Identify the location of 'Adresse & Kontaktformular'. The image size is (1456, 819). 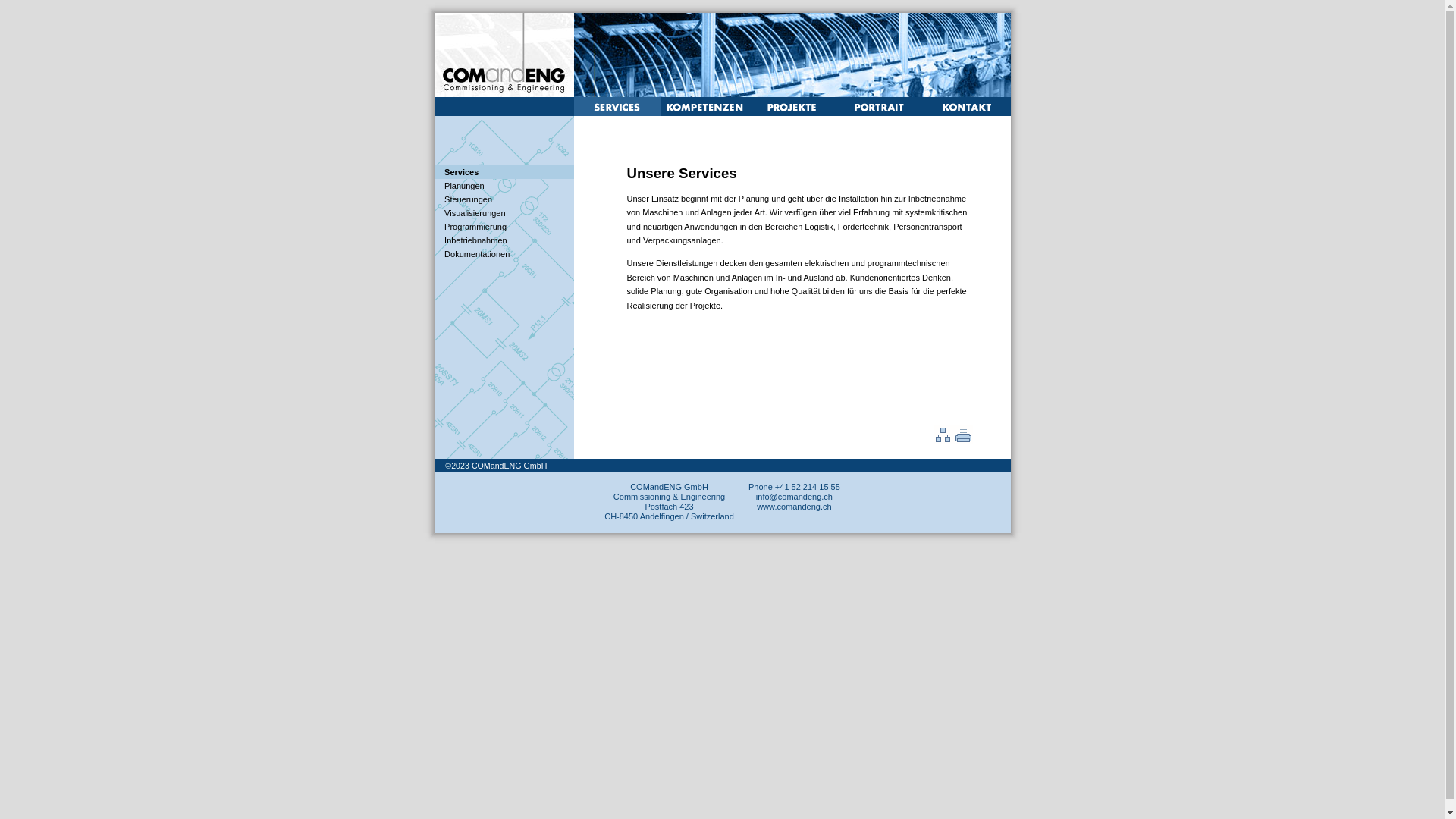
(965, 111).